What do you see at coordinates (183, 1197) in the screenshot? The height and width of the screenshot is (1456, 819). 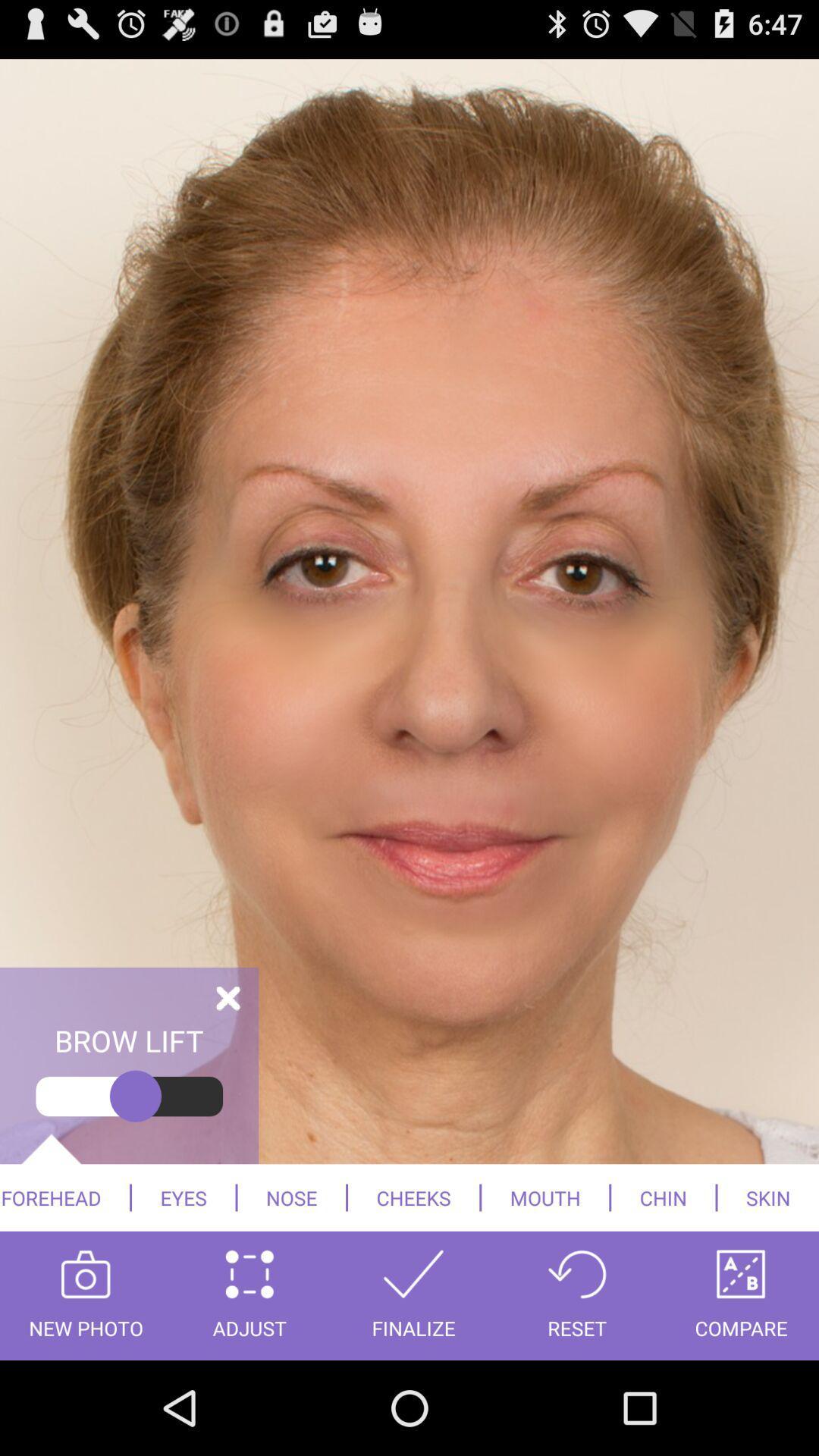 I see `eyes icon` at bounding box center [183, 1197].